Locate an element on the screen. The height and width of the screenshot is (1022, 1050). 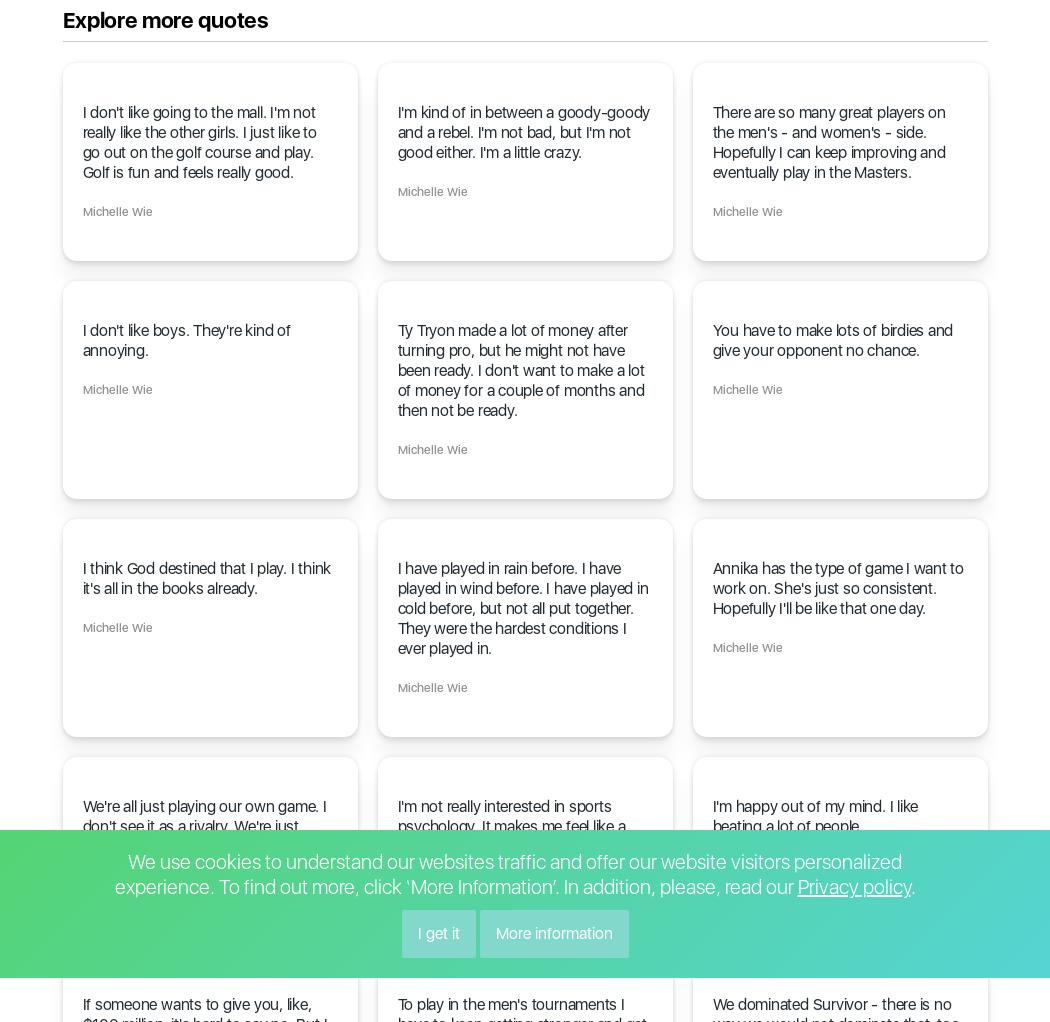
'I get it' is located at coordinates (415, 933).